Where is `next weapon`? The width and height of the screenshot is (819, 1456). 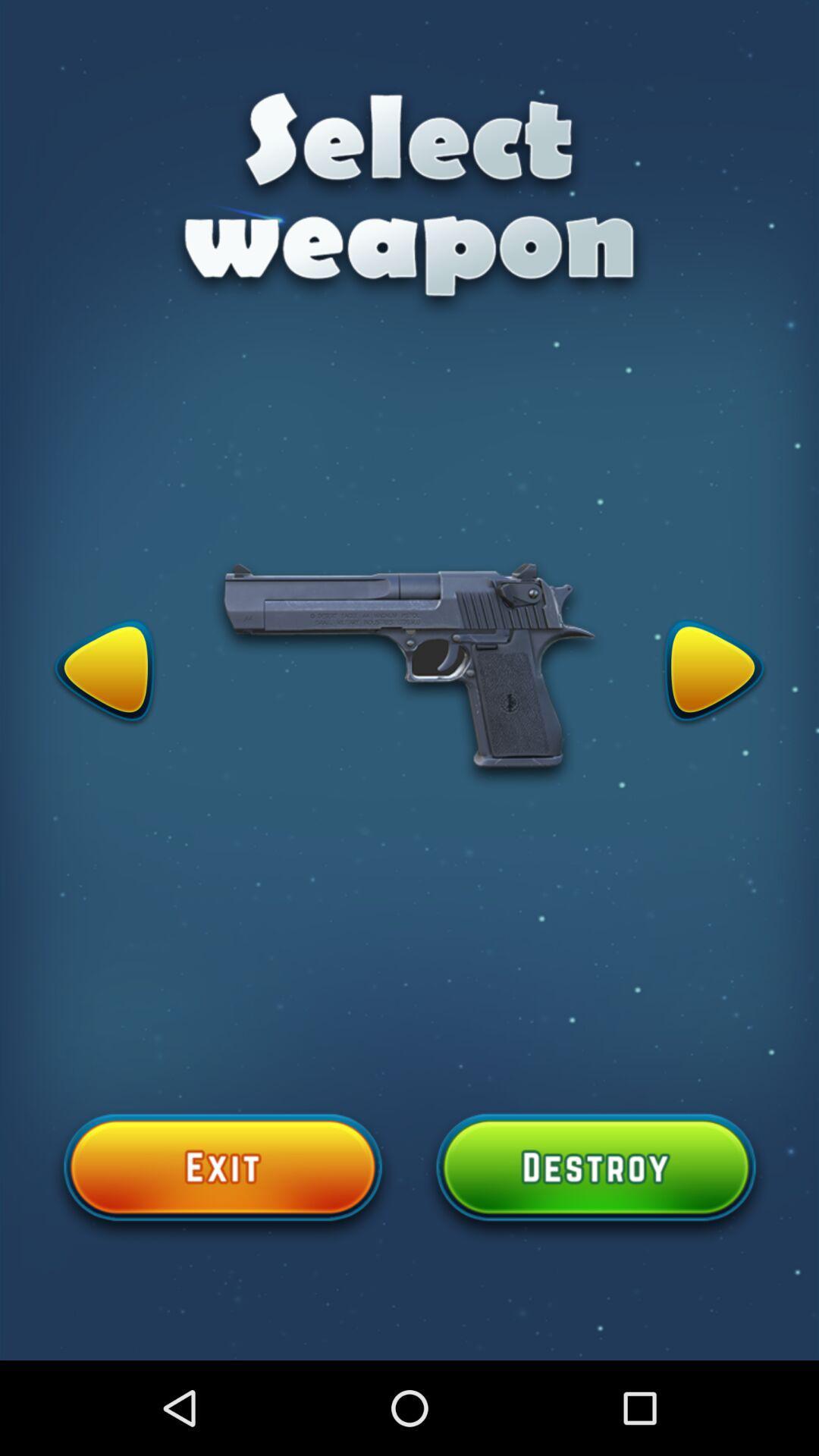 next weapon is located at coordinates (714, 673).